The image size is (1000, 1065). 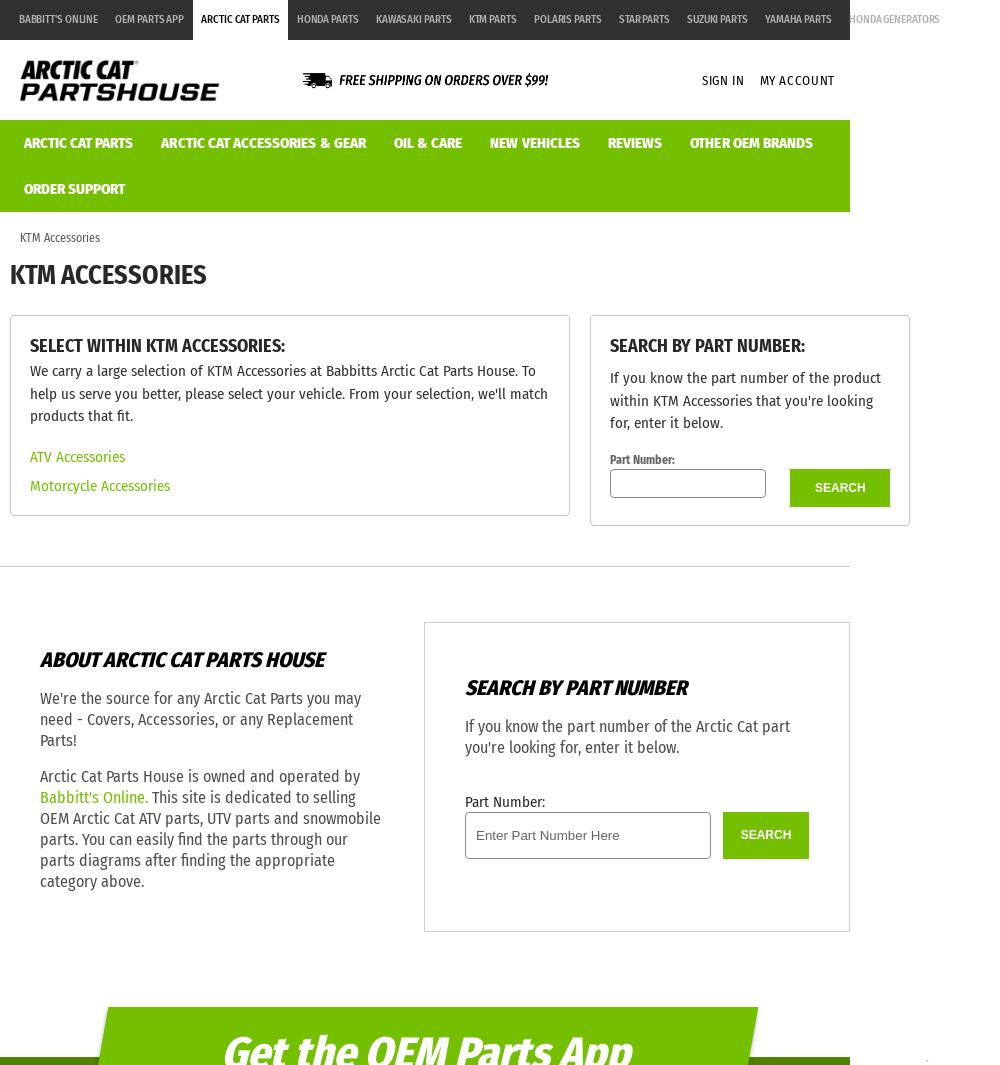 I want to click on 'KTM Parts', so click(x=467, y=18).